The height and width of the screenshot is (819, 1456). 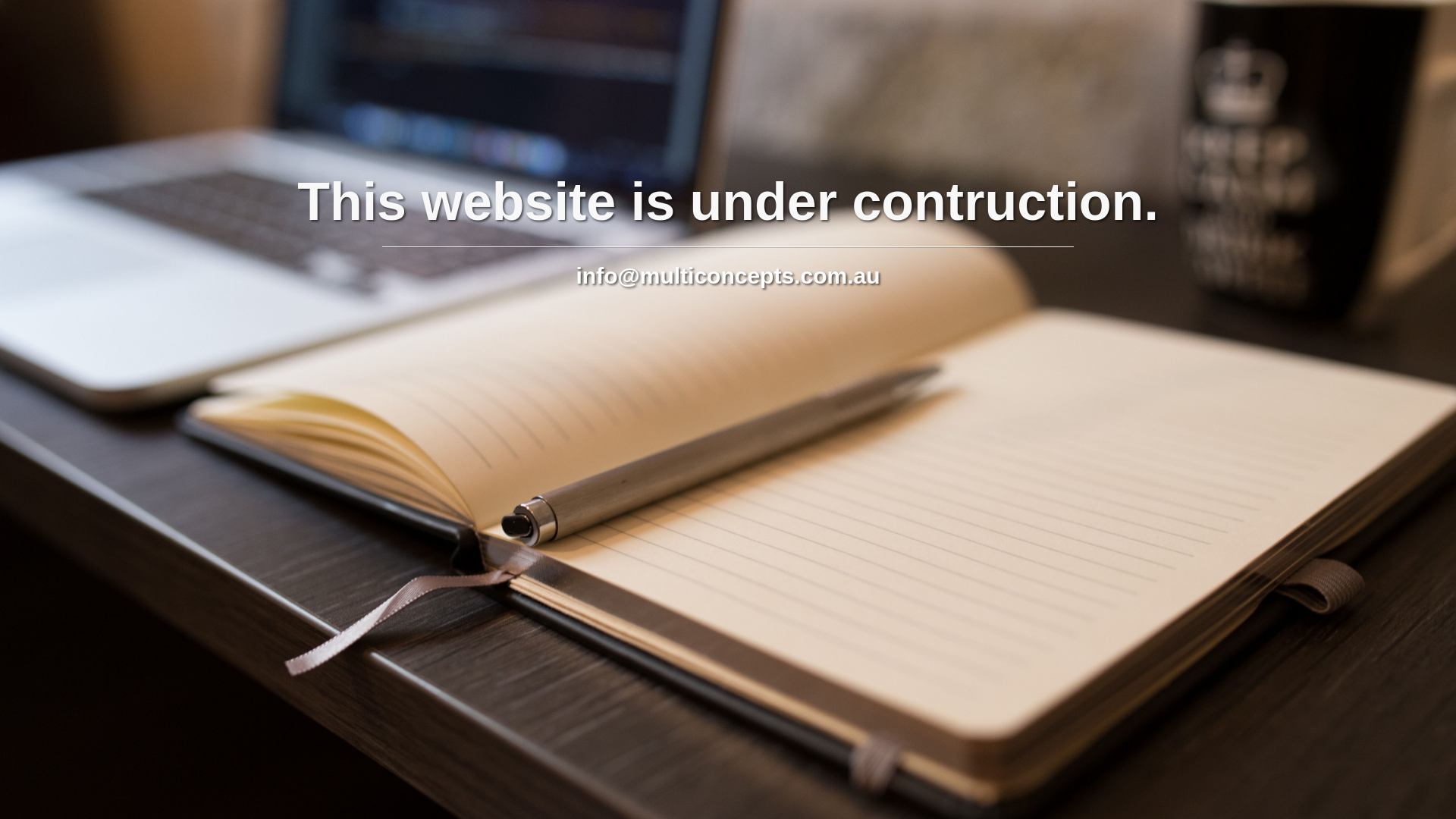 I want to click on 'info@multiconcepts.com.au', so click(x=728, y=275).